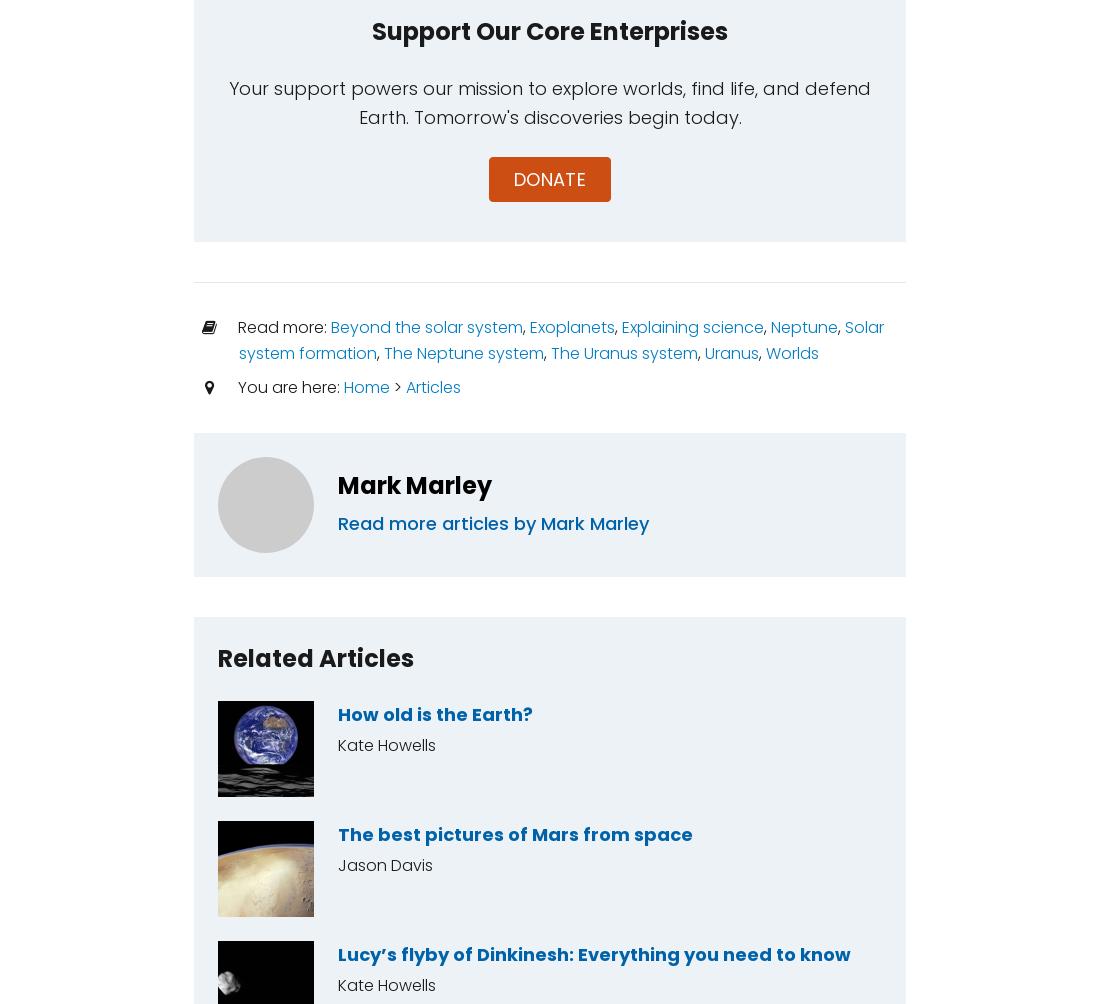 The height and width of the screenshot is (1004, 1100). What do you see at coordinates (791, 352) in the screenshot?
I see `'Worlds'` at bounding box center [791, 352].